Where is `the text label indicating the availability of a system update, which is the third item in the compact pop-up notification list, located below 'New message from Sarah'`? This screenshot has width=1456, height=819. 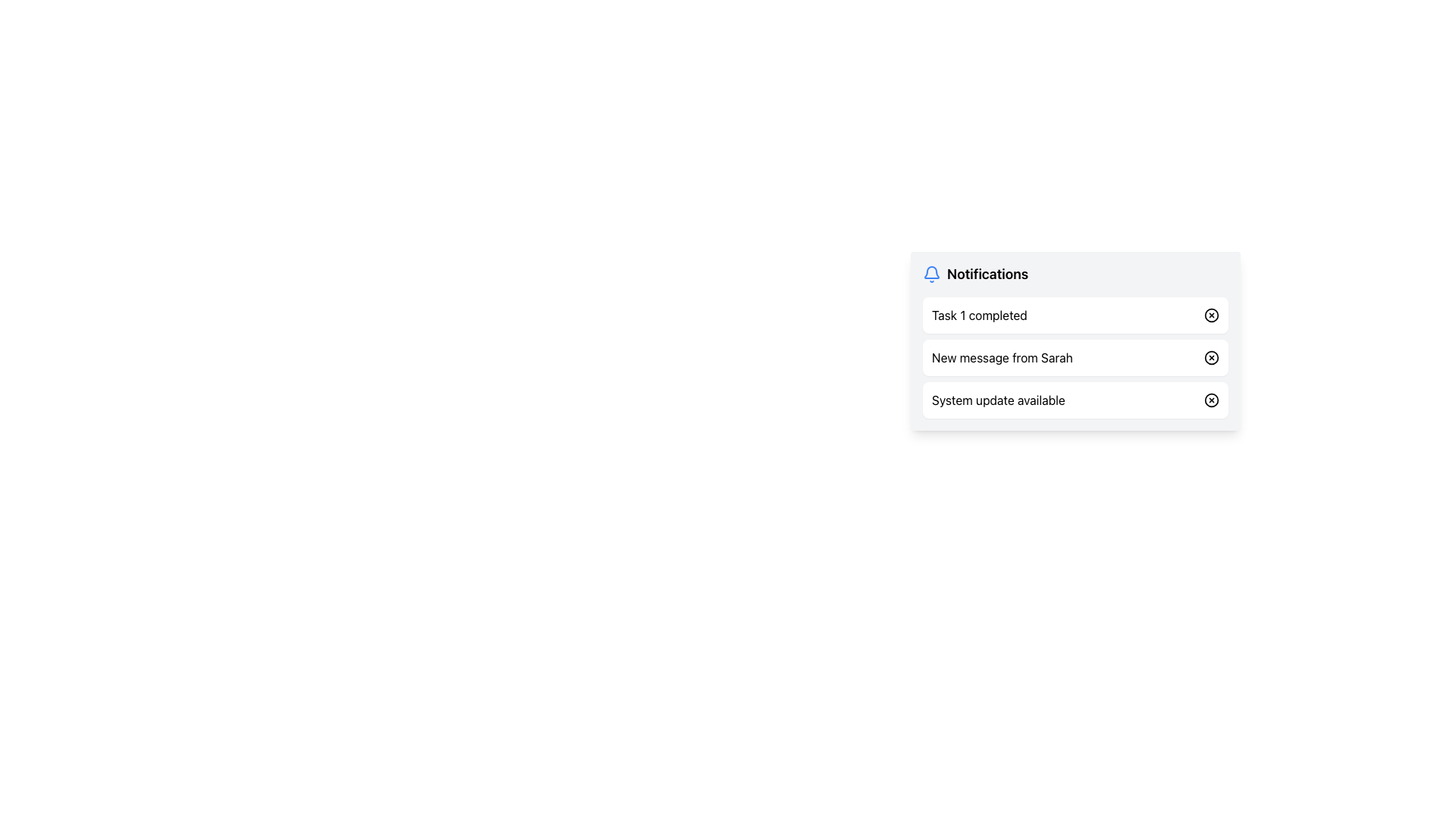 the text label indicating the availability of a system update, which is the third item in the compact pop-up notification list, located below 'New message from Sarah' is located at coordinates (998, 400).